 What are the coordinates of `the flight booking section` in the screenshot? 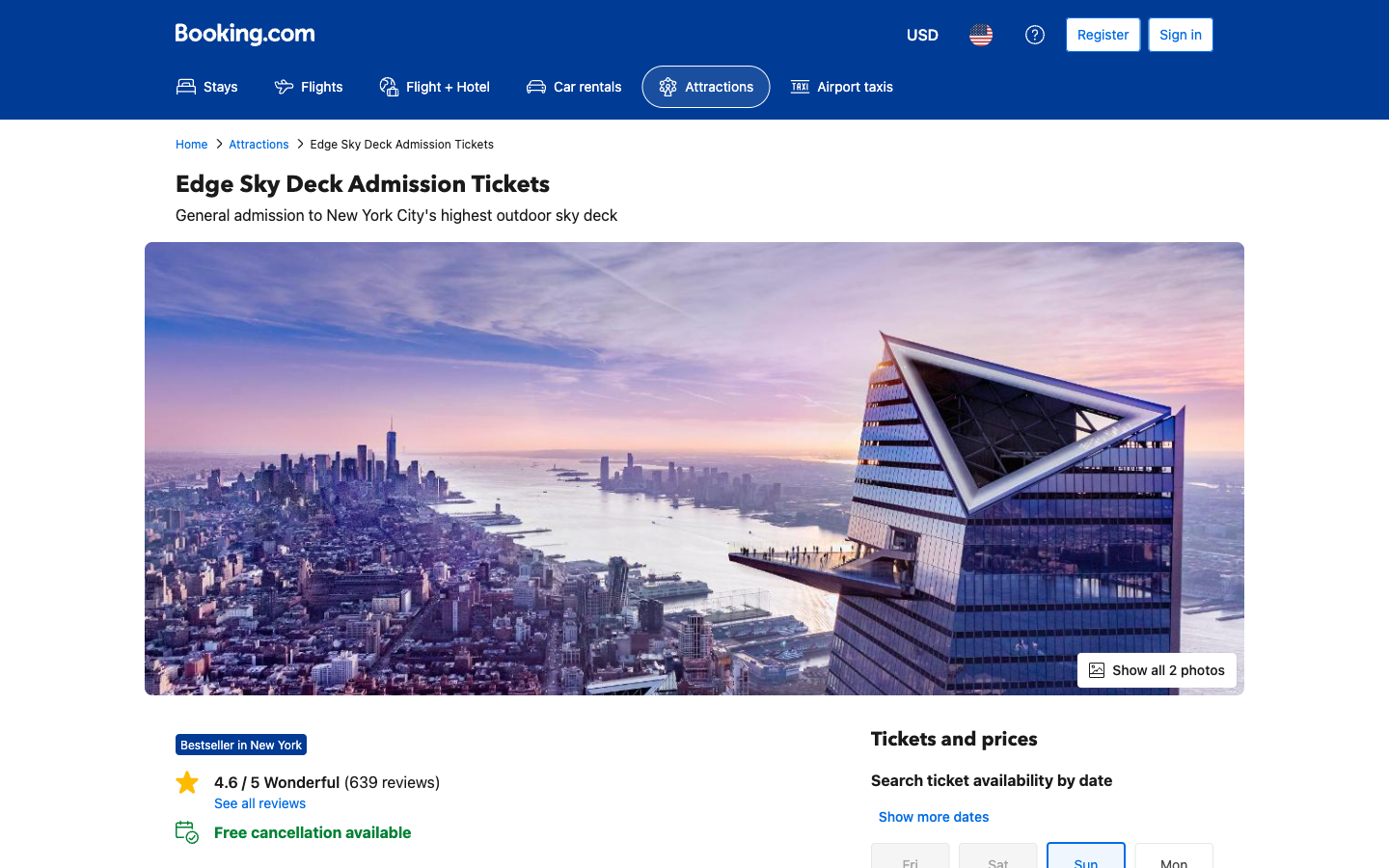 It's located at (308, 86).